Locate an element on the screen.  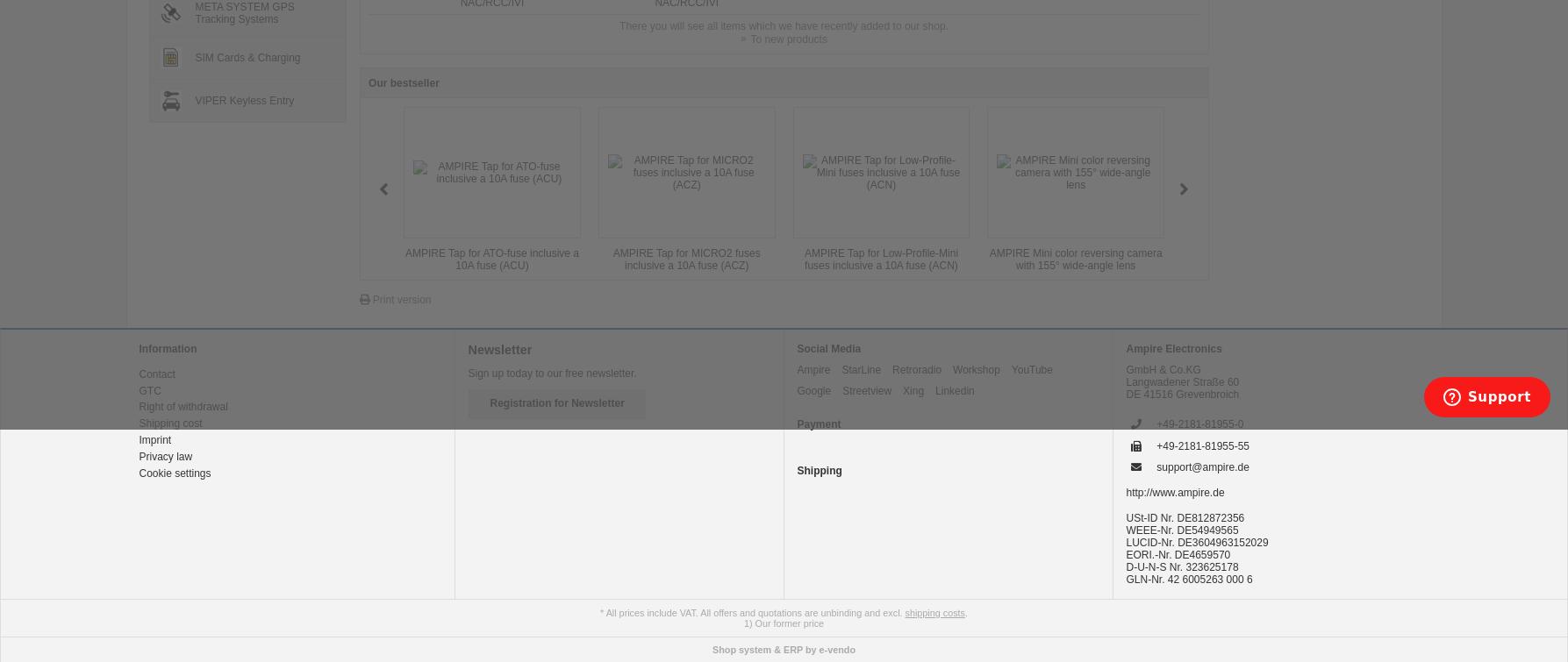
'Retroradio' is located at coordinates (916, 368).